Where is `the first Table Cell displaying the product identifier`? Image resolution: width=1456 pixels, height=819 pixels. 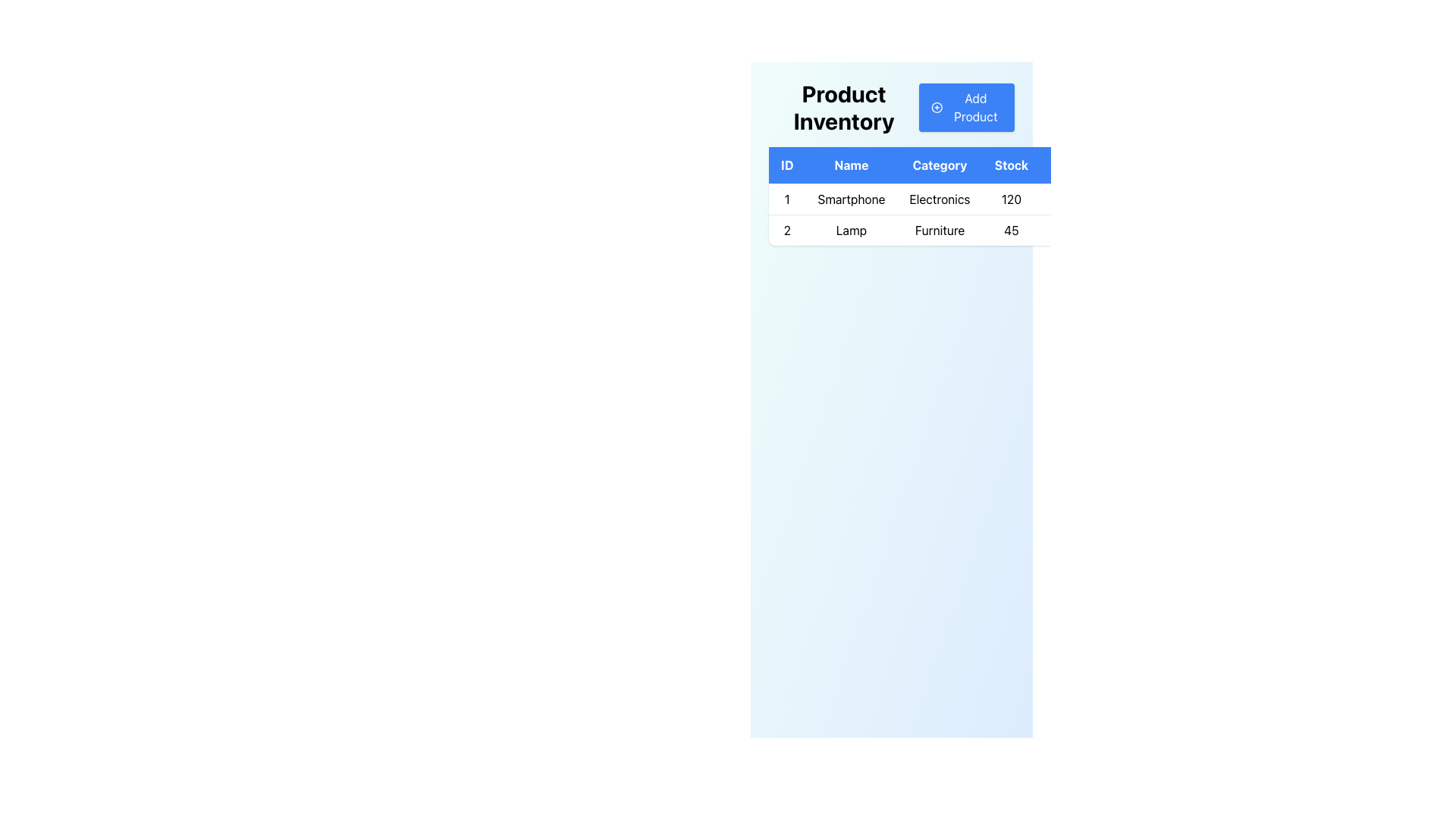 the first Table Cell displaying the product identifier is located at coordinates (786, 230).